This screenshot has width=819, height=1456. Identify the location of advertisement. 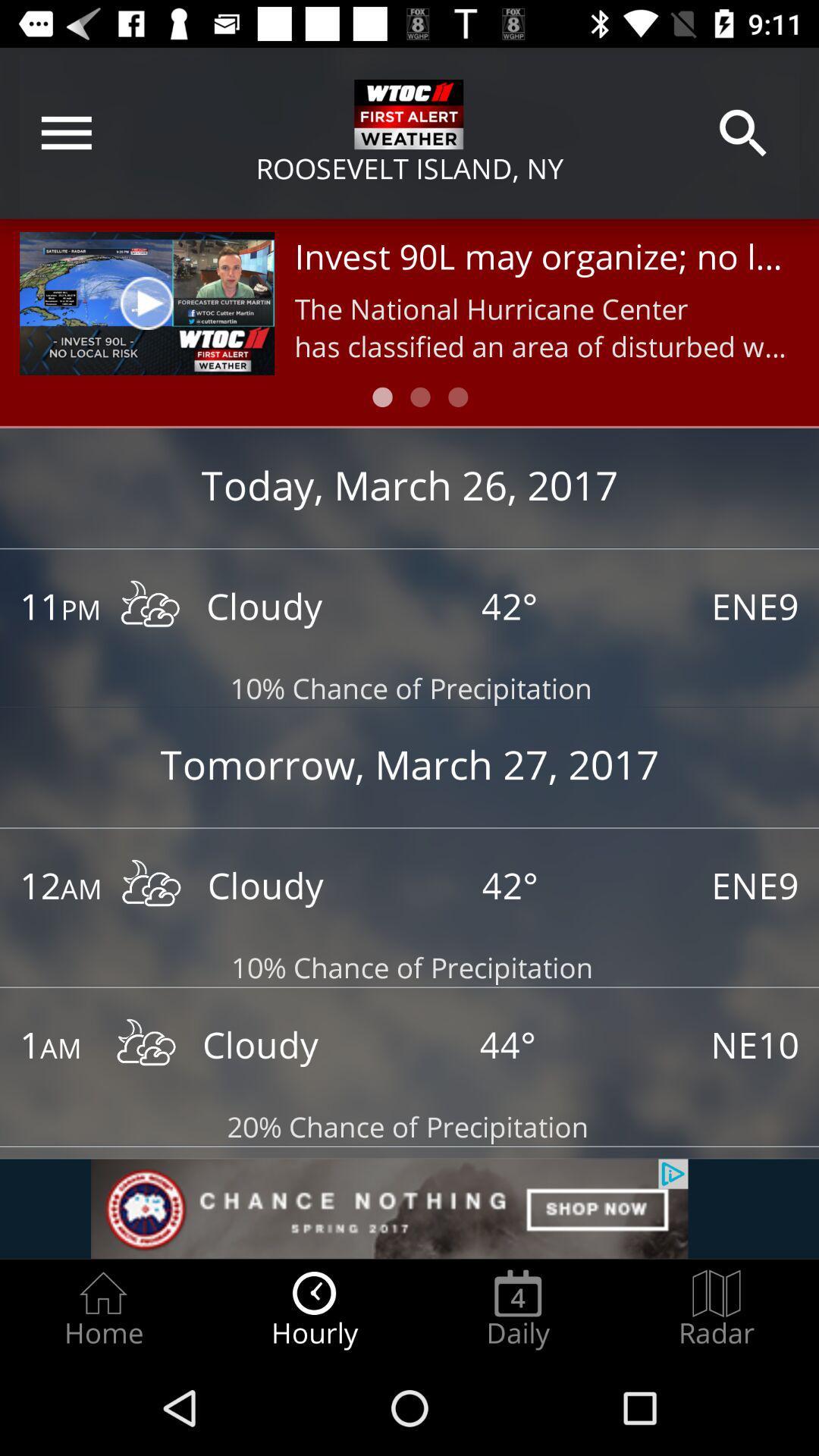
(409, 1208).